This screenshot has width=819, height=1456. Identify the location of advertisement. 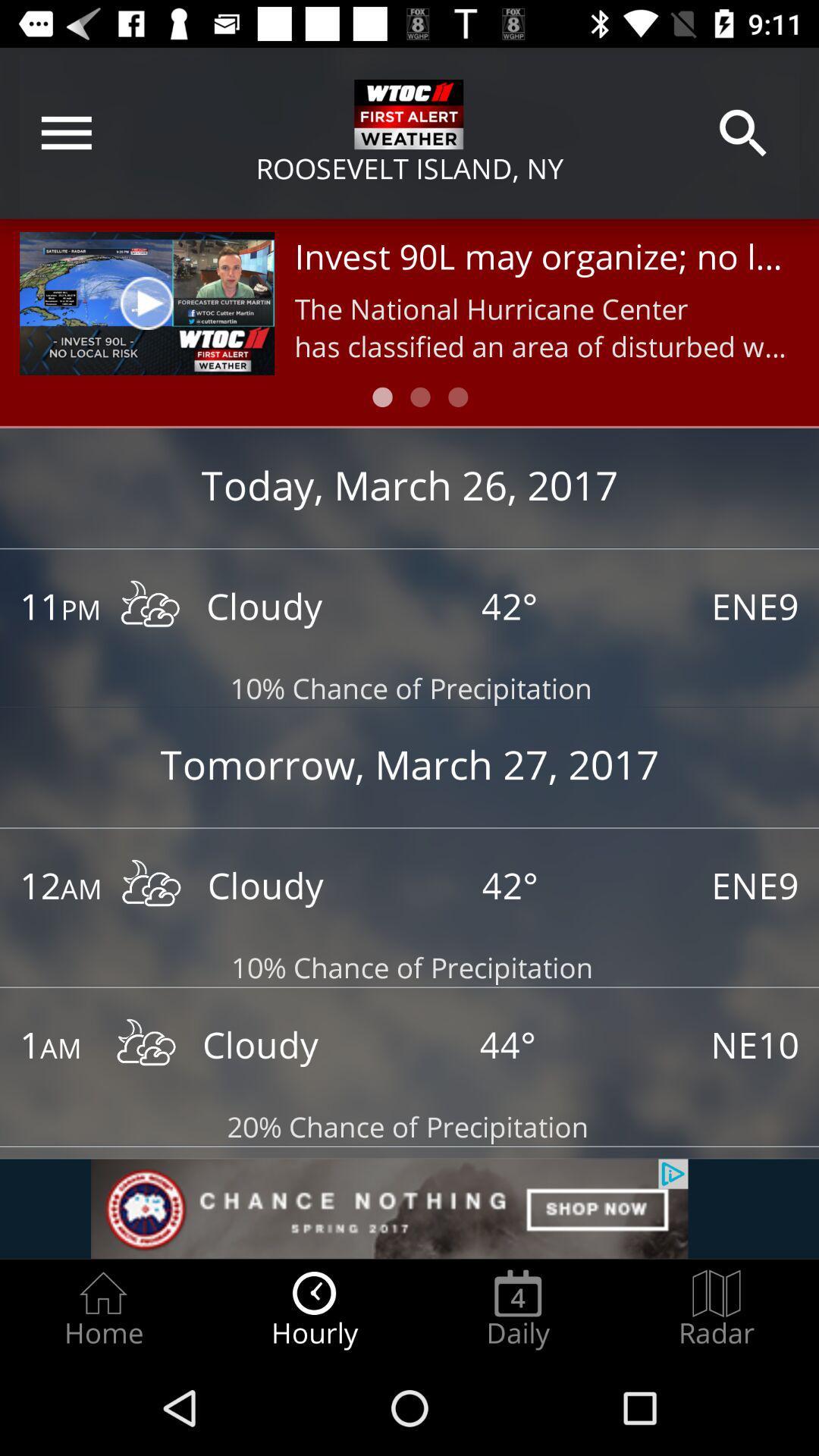
(409, 1208).